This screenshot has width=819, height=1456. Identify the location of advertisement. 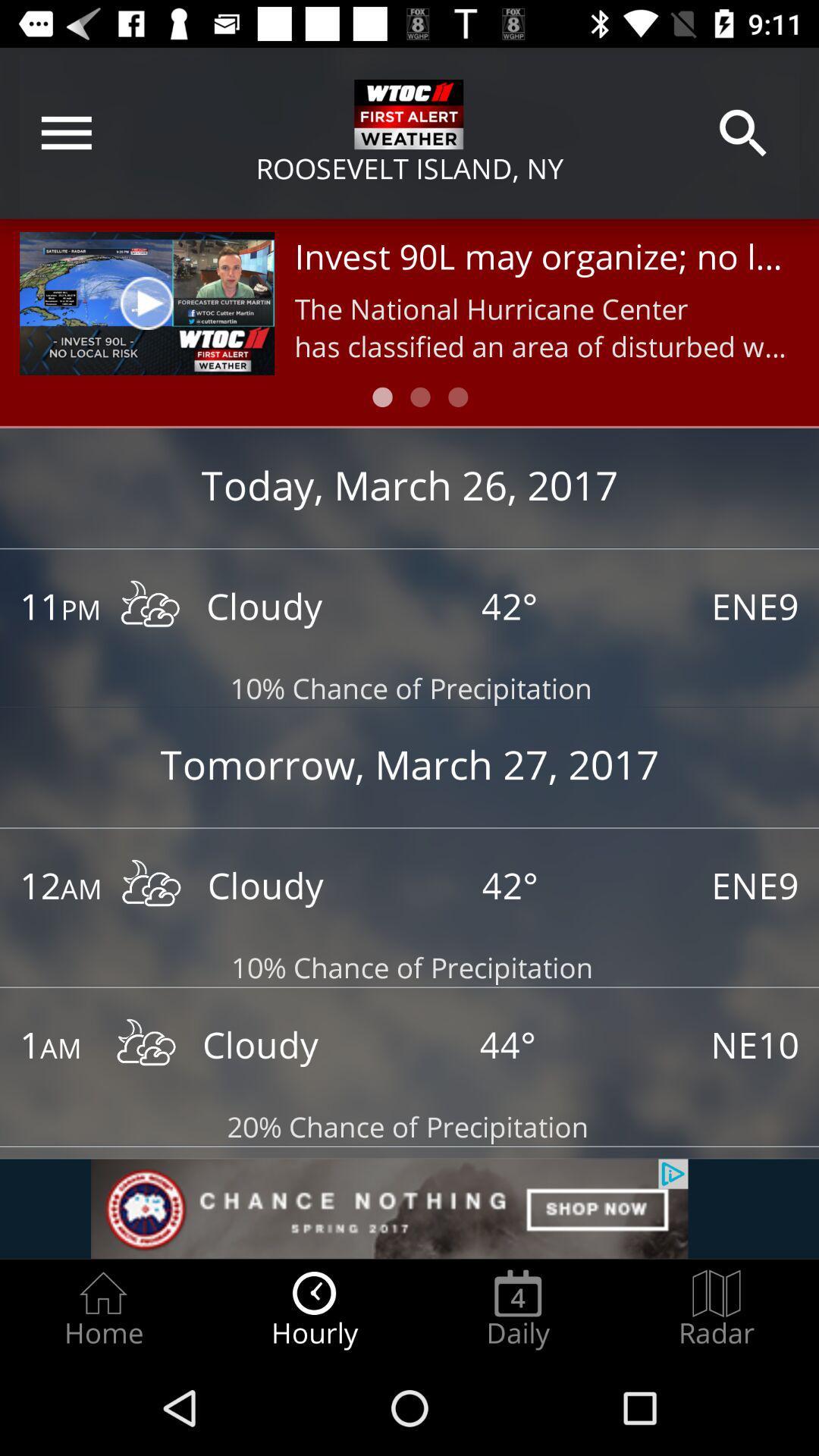
(409, 1208).